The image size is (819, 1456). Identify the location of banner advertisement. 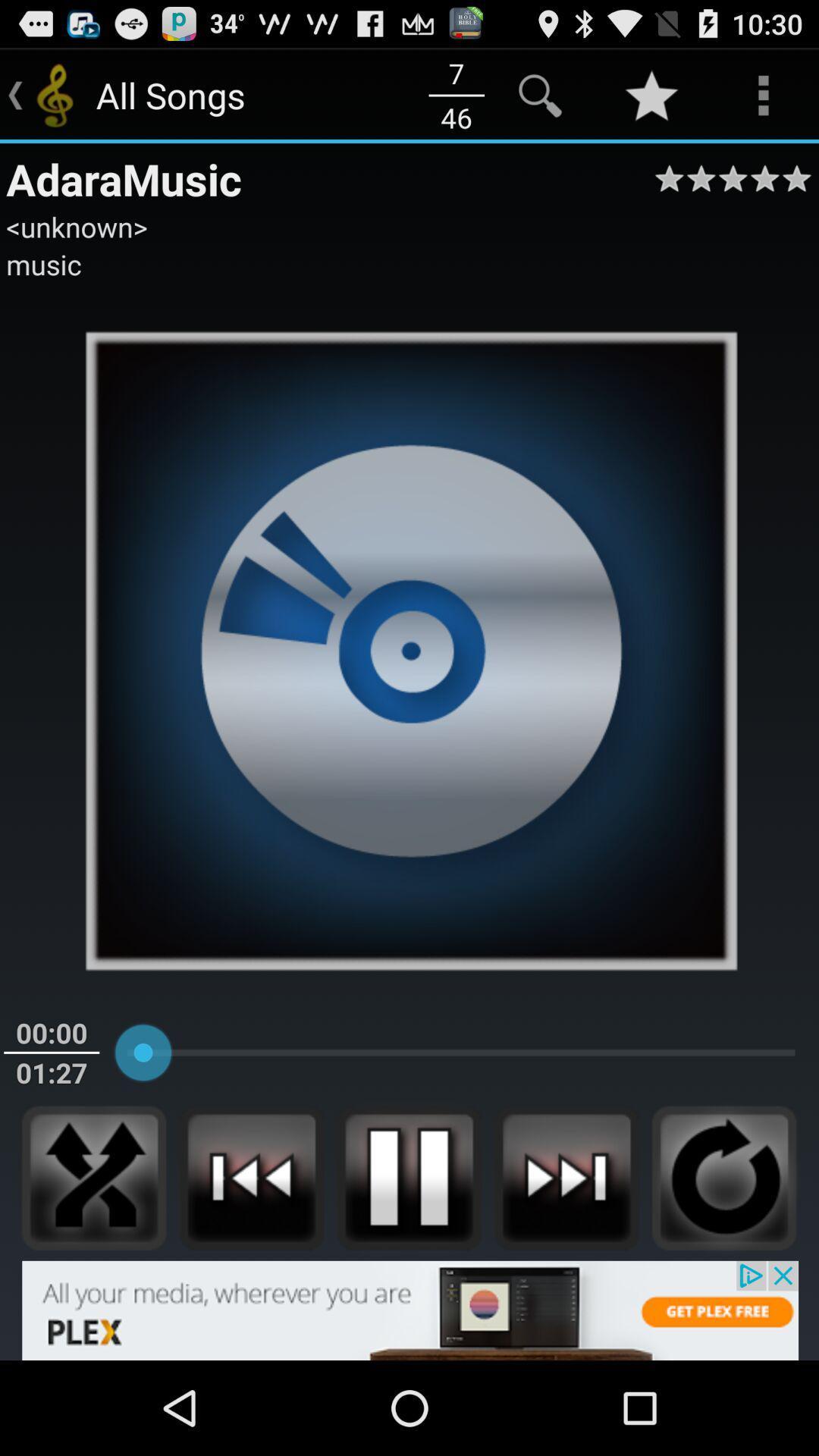
(409, 1310).